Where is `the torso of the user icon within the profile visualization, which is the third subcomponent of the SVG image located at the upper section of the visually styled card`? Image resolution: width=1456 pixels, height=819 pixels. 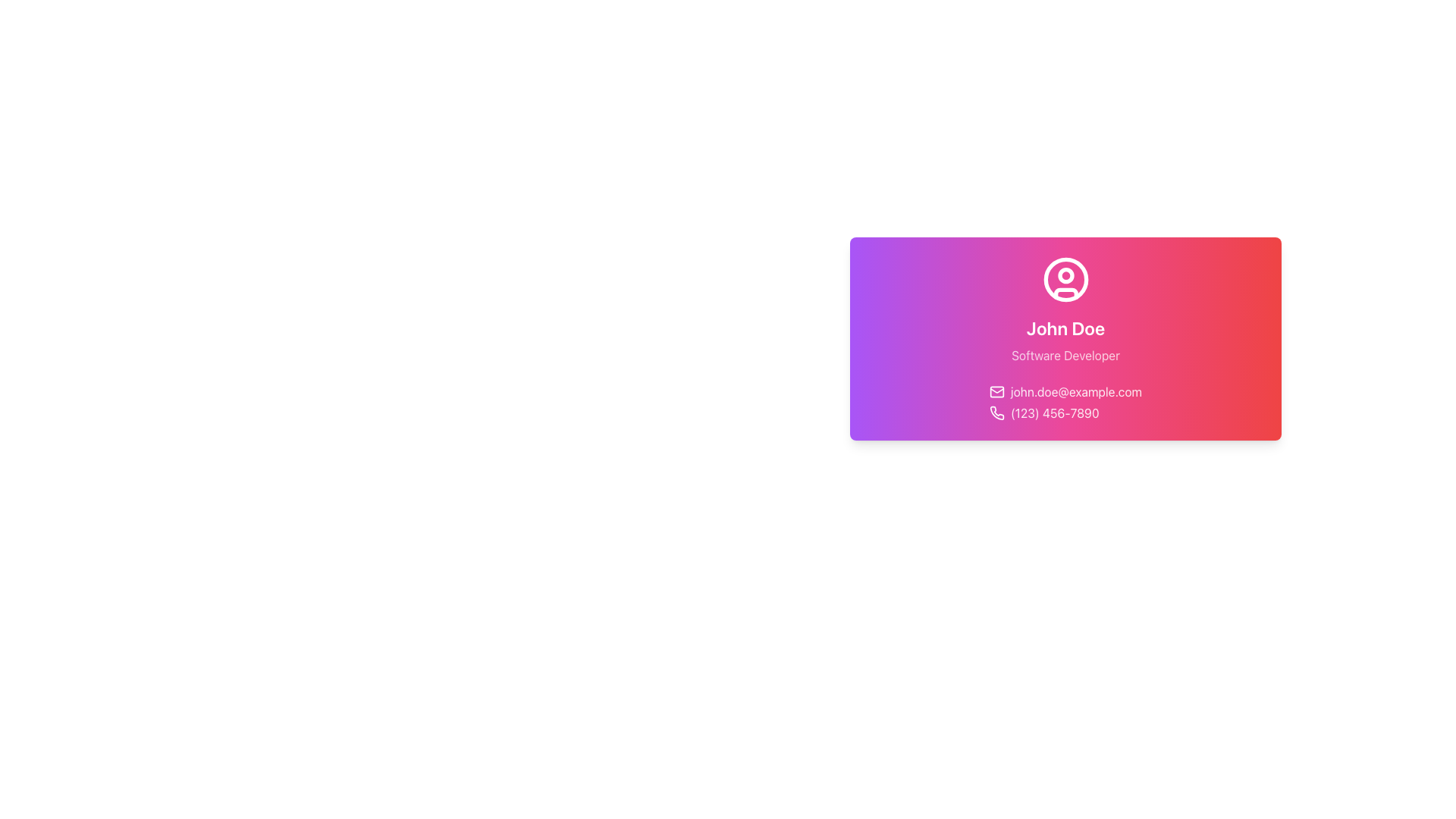 the torso of the user icon within the profile visualization, which is the third subcomponent of the SVG image located at the upper section of the visually styled card is located at coordinates (1065, 293).